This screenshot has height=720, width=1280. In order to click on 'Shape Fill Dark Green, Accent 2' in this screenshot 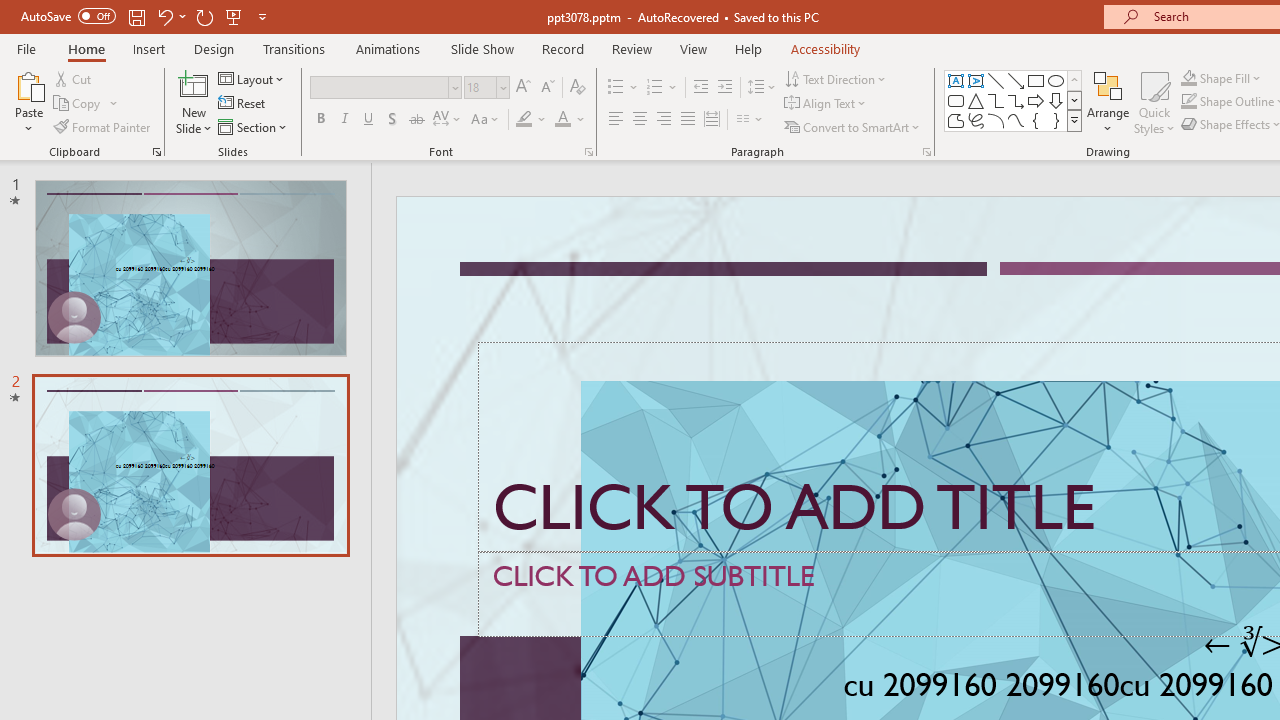, I will do `click(1189, 77)`.